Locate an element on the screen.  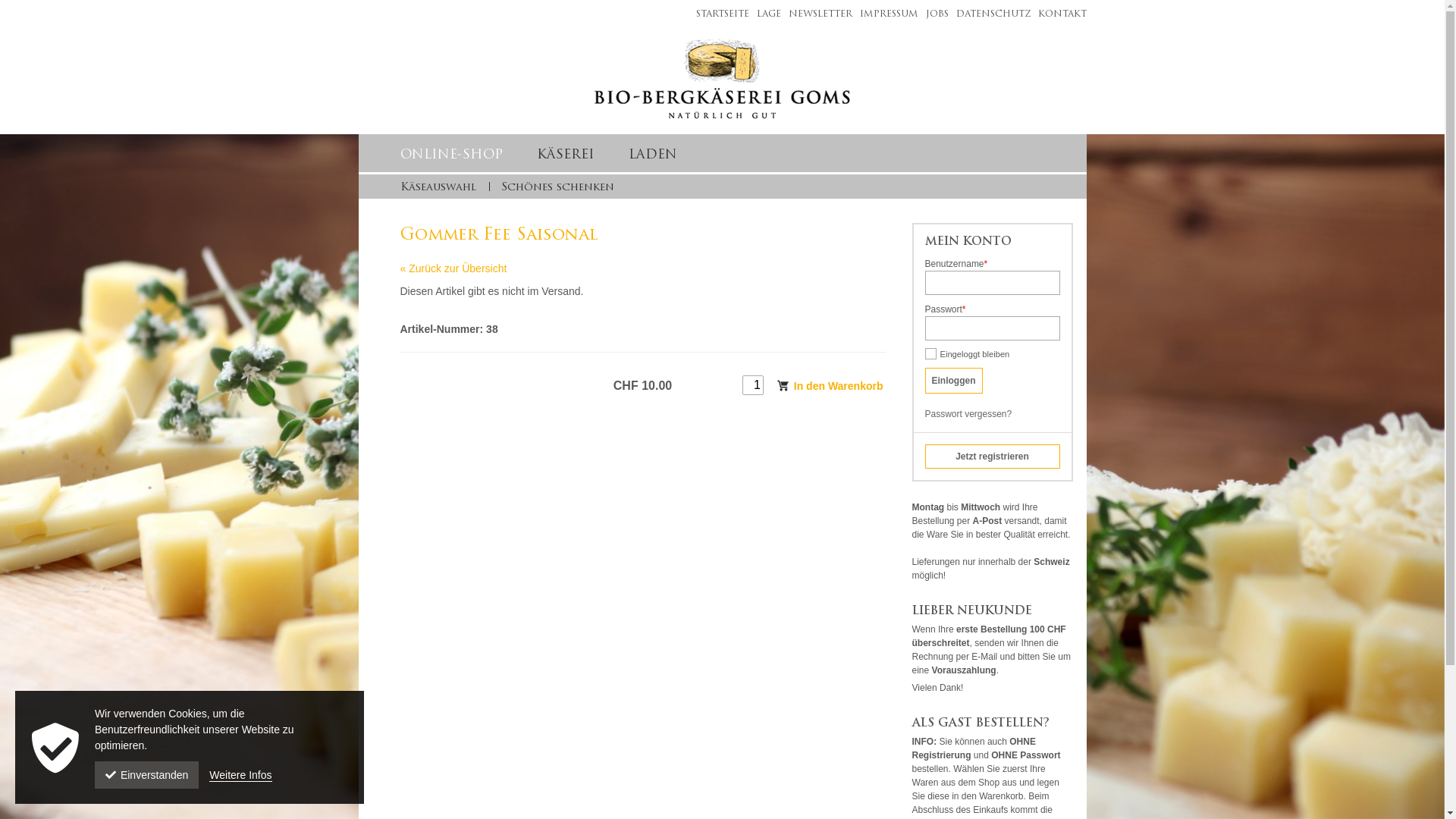
'In den Warenkorb' is located at coordinates (829, 384).